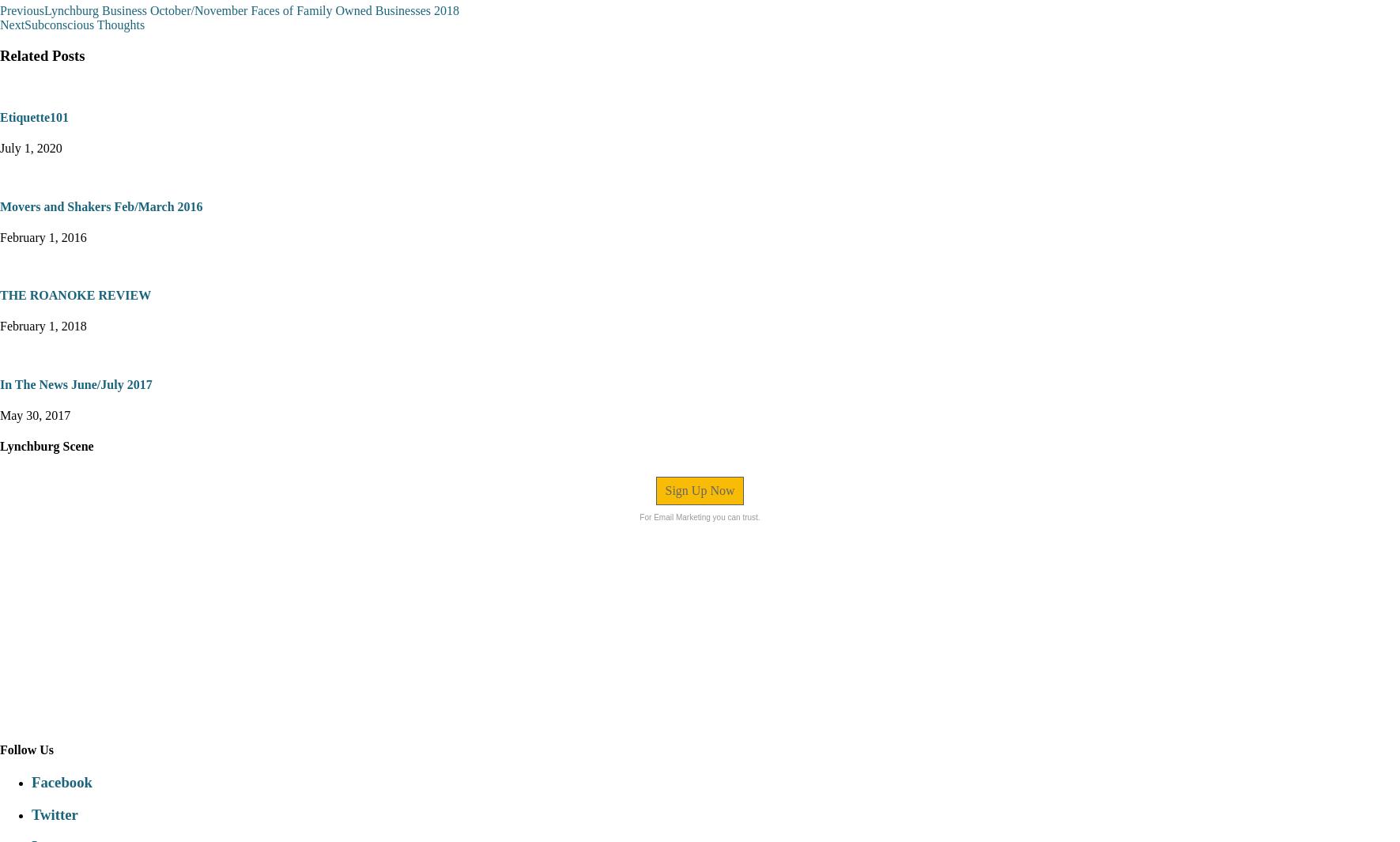  What do you see at coordinates (74, 383) in the screenshot?
I see `'In The News June/July 2017'` at bounding box center [74, 383].